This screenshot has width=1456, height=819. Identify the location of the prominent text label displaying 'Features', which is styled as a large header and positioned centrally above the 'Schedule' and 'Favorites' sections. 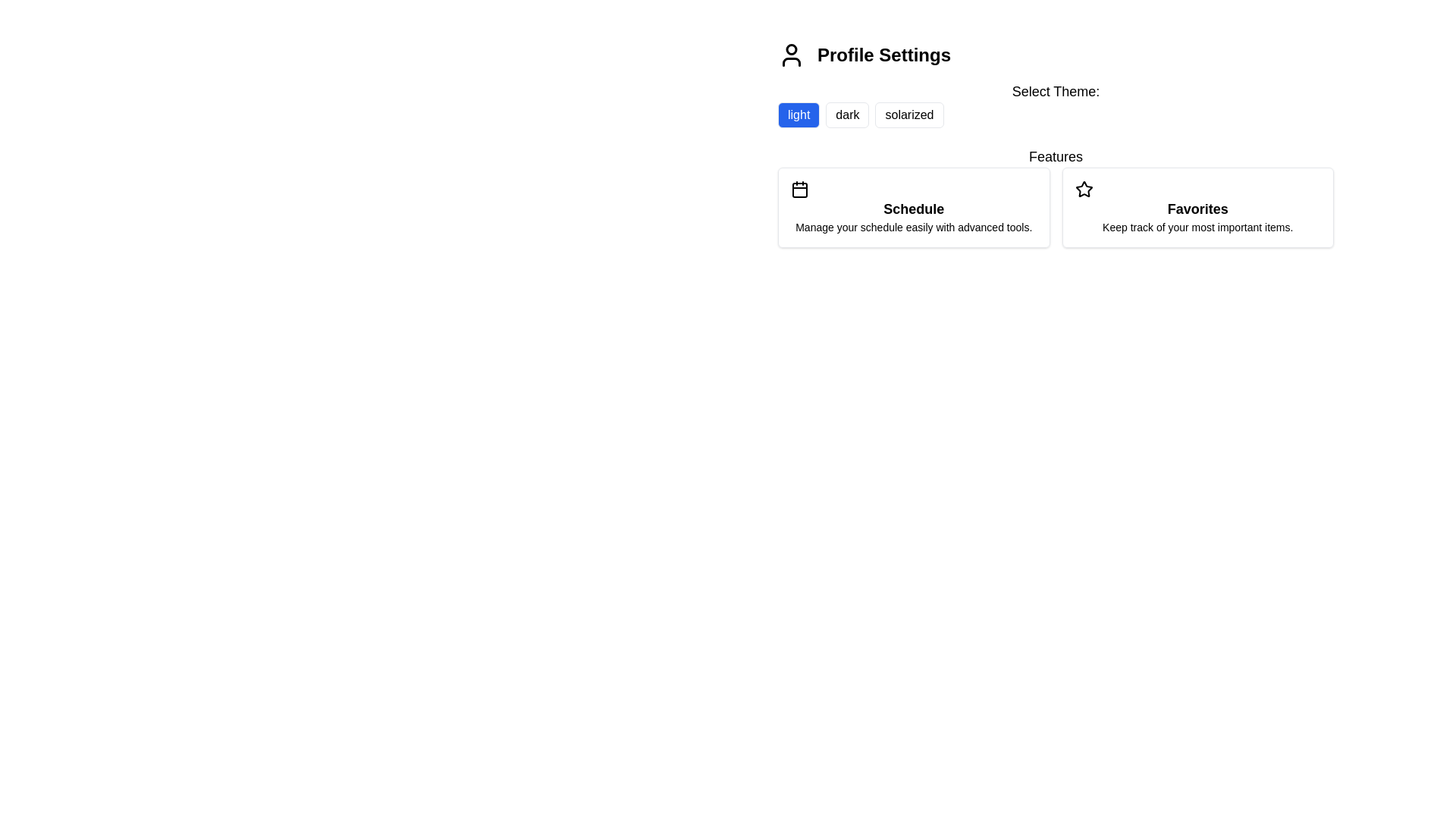
(1055, 157).